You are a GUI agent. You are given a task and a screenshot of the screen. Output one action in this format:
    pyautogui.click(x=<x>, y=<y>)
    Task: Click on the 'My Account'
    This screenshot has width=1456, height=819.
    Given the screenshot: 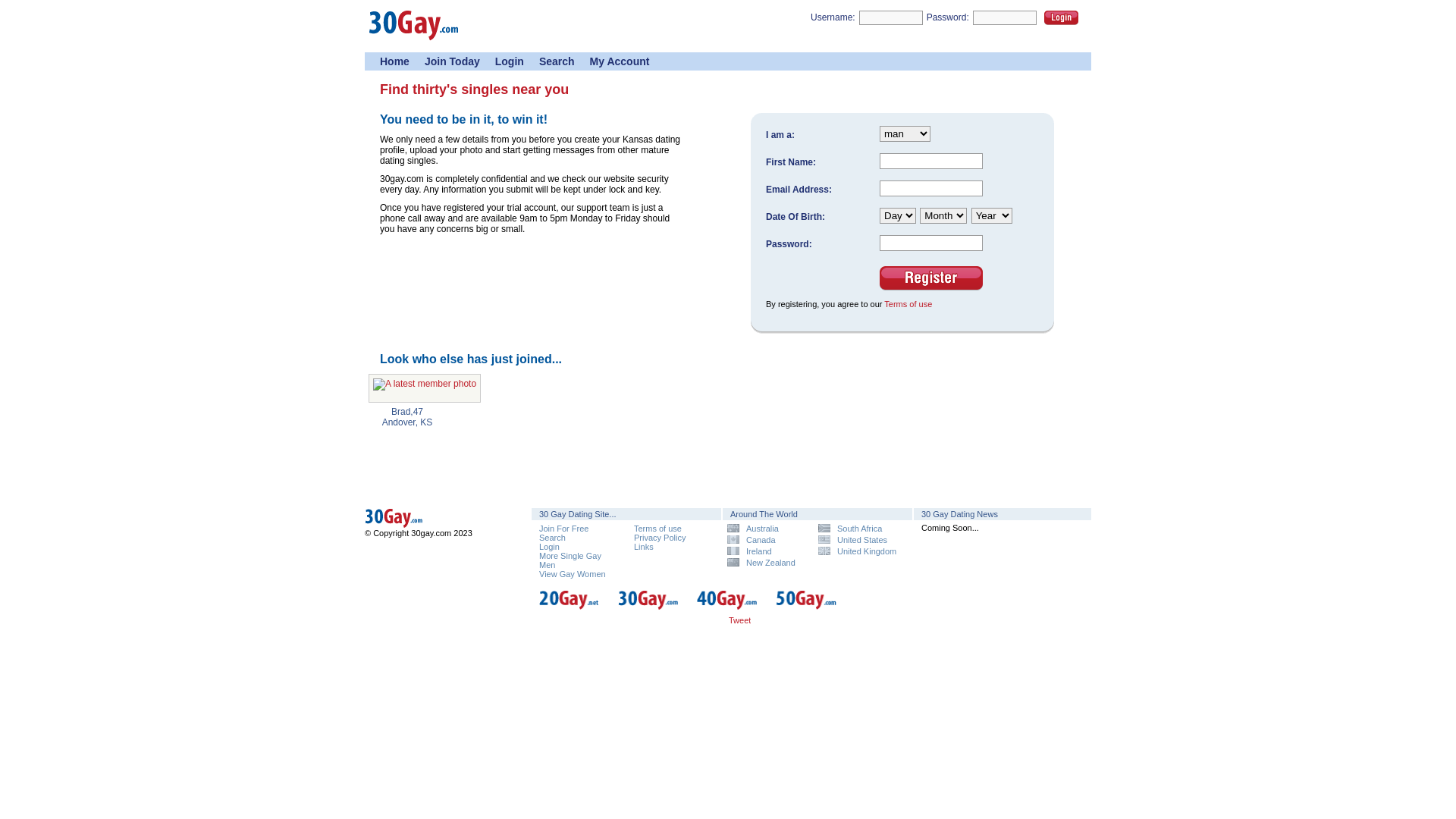 What is the action you would take?
    pyautogui.click(x=620, y=61)
    